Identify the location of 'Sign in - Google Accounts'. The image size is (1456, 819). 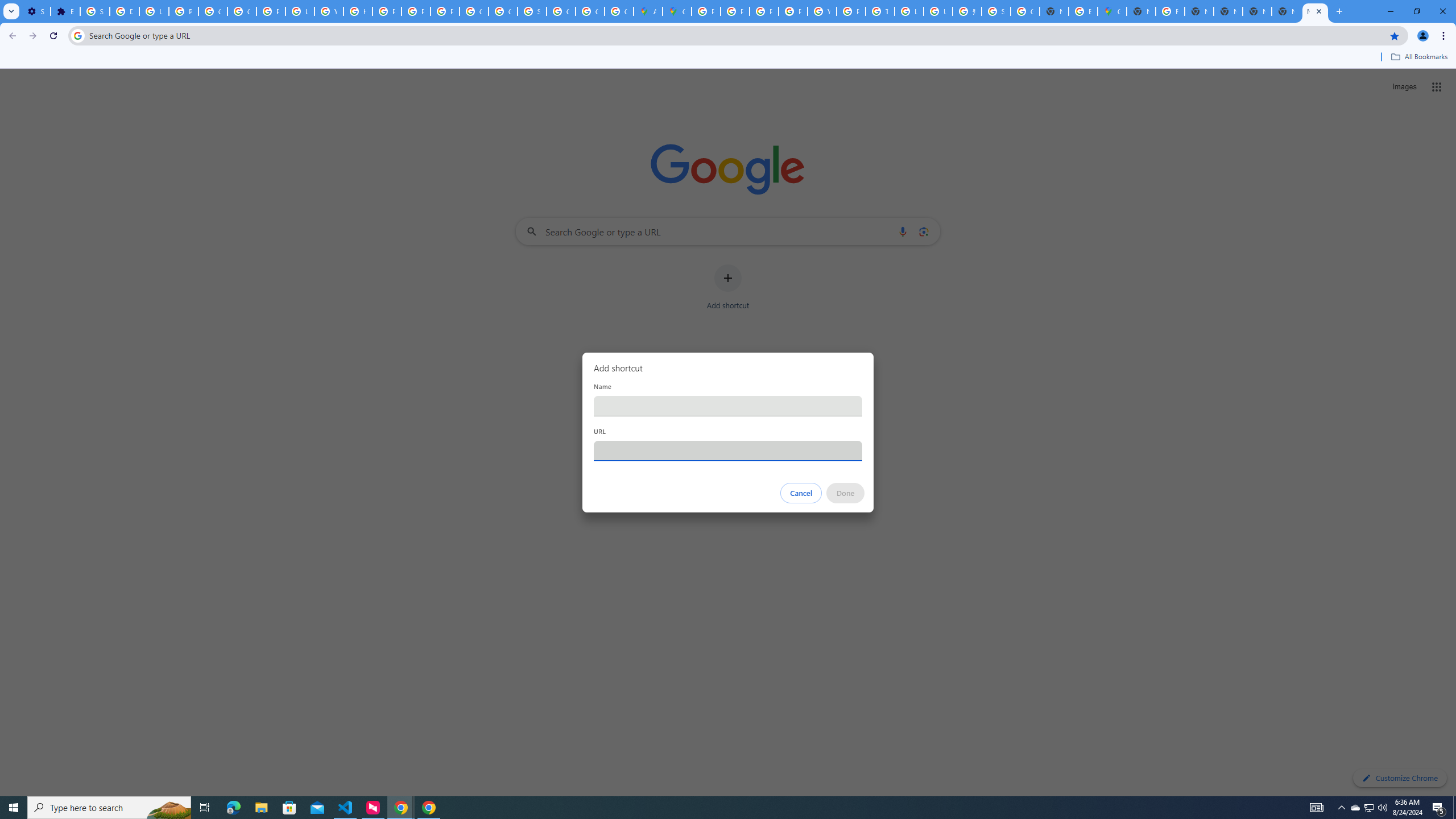
(95, 11).